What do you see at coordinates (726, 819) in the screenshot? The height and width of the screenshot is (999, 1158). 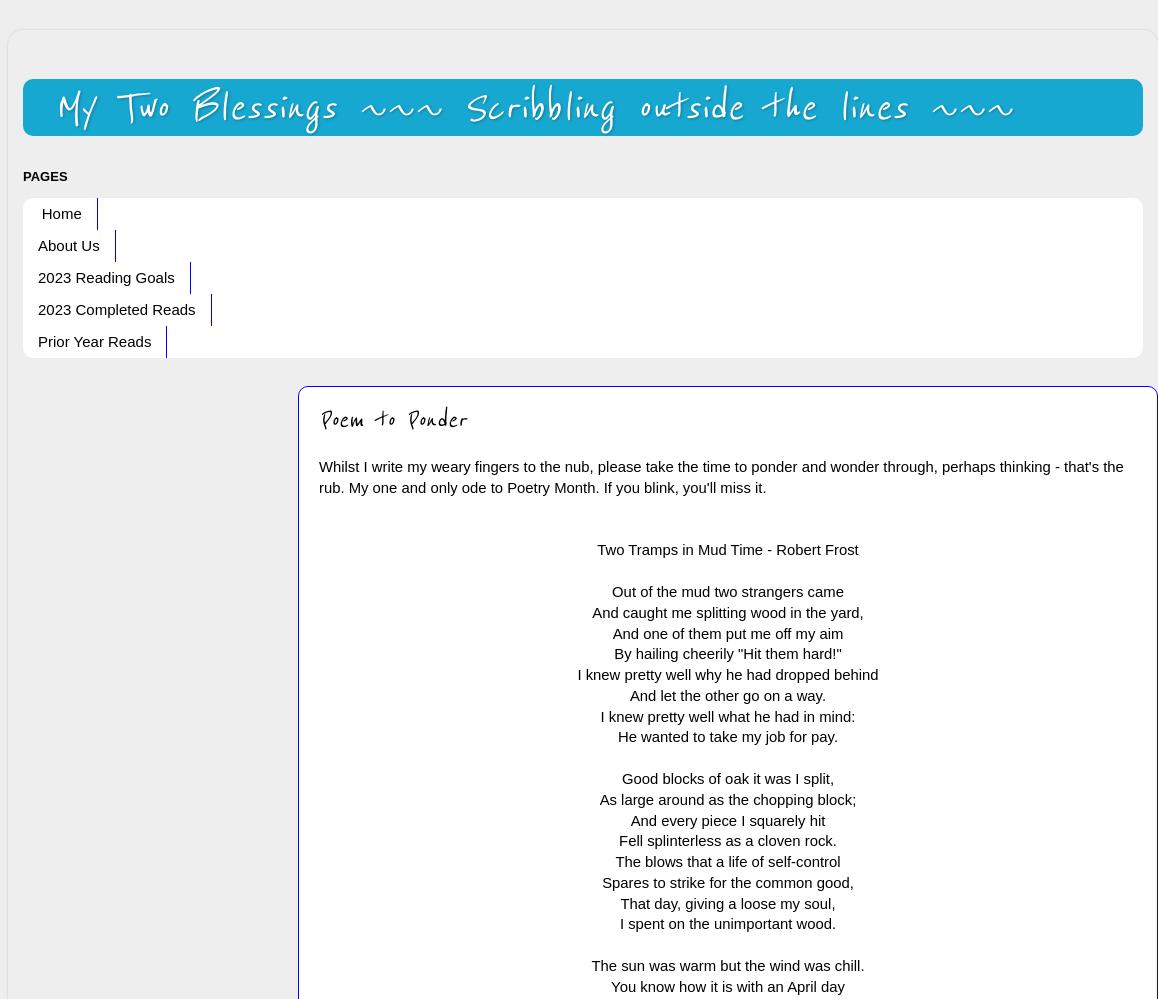 I see `'And every piece I squarely hit'` at bounding box center [726, 819].